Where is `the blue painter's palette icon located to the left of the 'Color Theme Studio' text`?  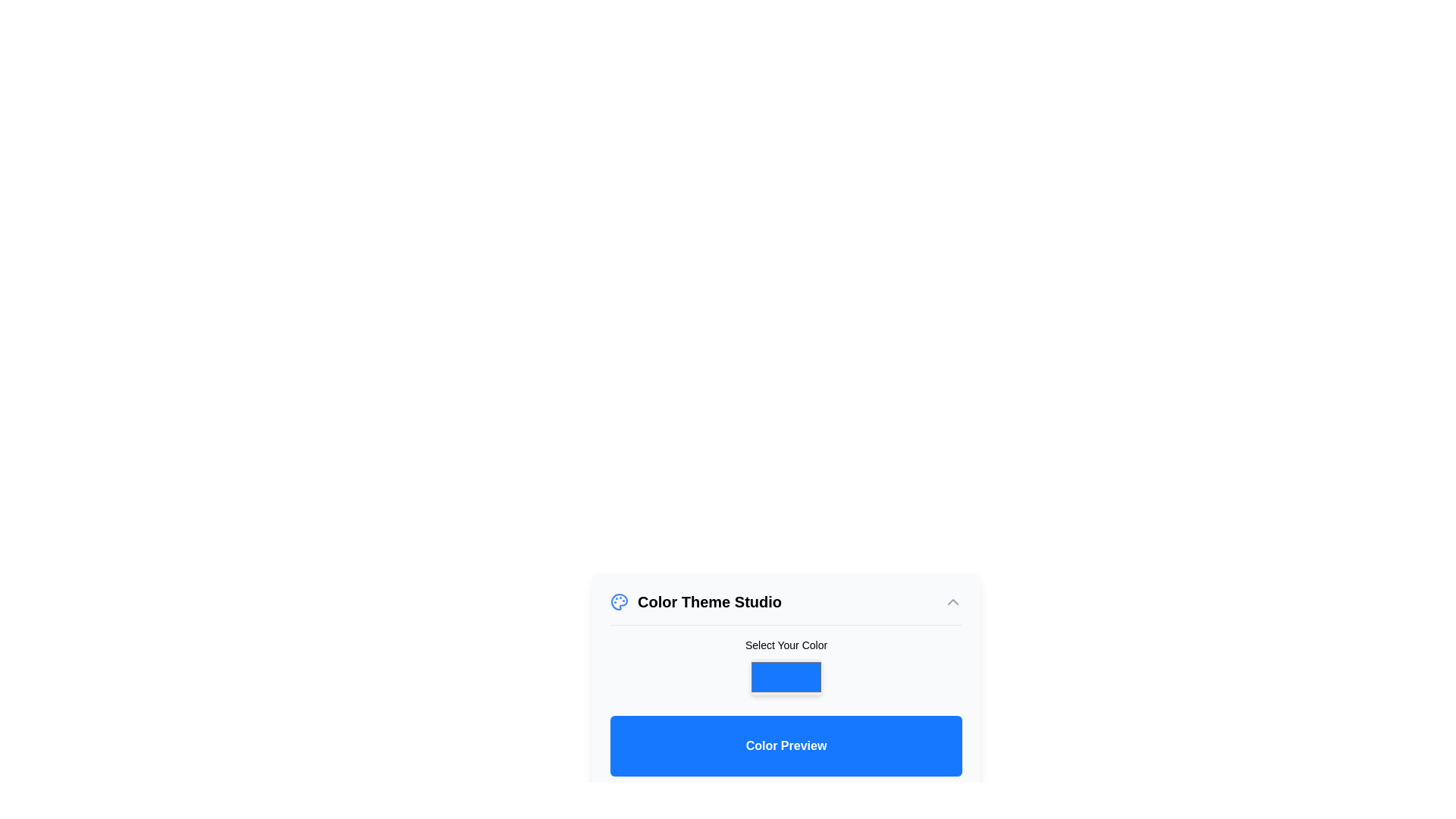
the blue painter's palette icon located to the left of the 'Color Theme Studio' text is located at coordinates (619, 601).